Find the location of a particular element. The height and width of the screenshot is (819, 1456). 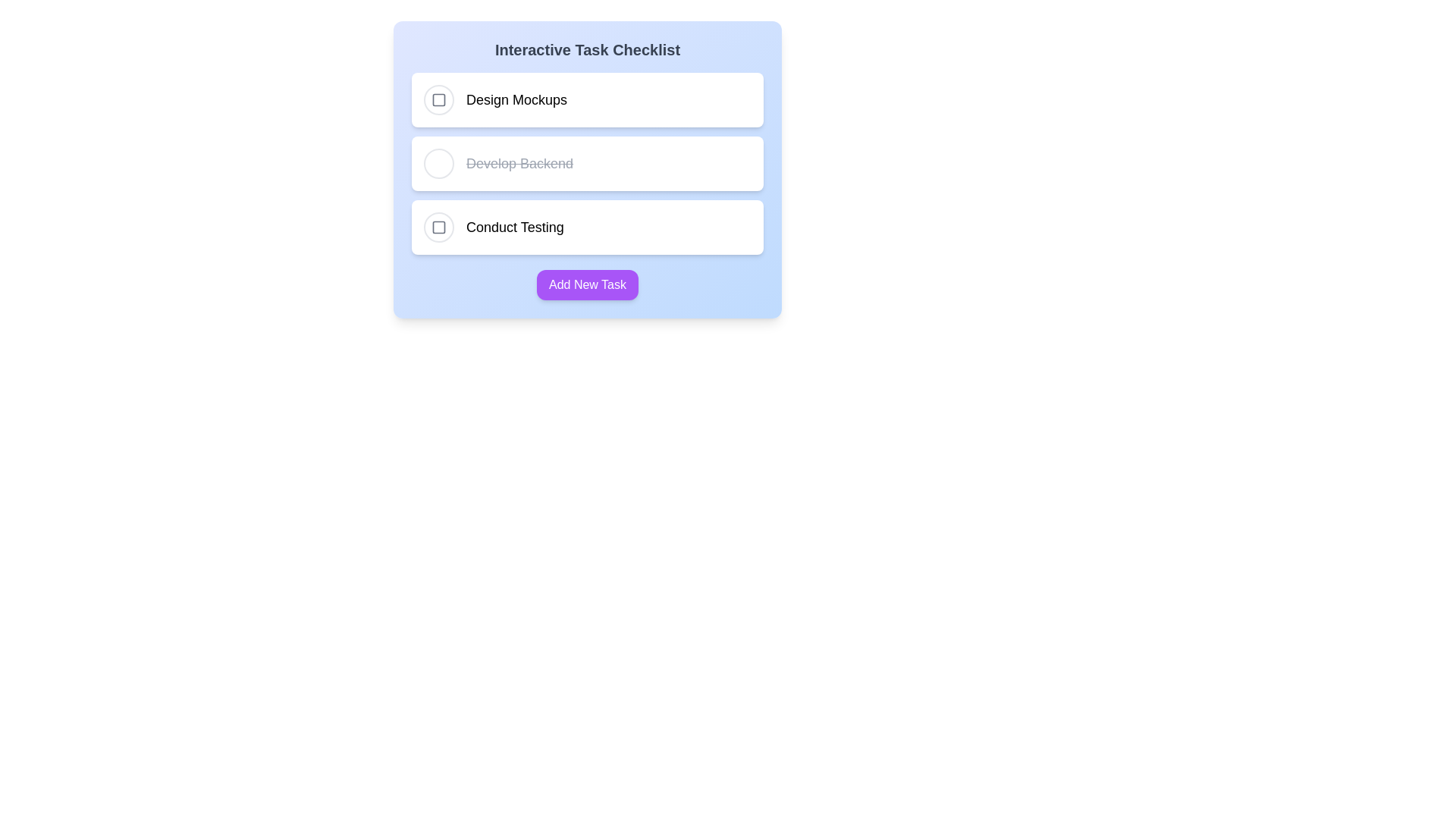

the checkbox of the task labeled Conduct Testing to toggle its completion status is located at coordinates (438, 227).